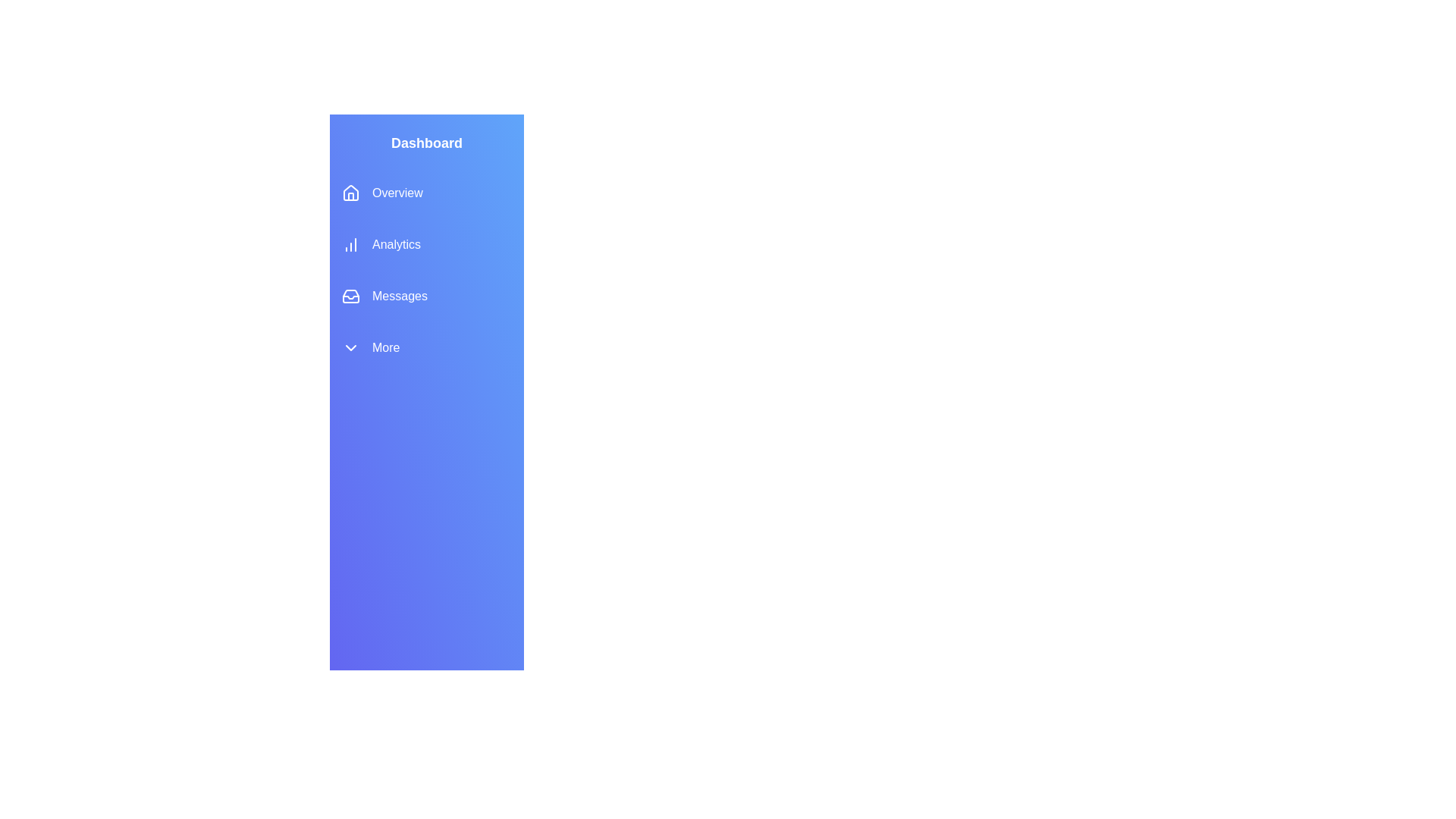 The height and width of the screenshot is (819, 1456). What do you see at coordinates (425, 244) in the screenshot?
I see `the menu item Analytics to reveal its hover effect` at bounding box center [425, 244].